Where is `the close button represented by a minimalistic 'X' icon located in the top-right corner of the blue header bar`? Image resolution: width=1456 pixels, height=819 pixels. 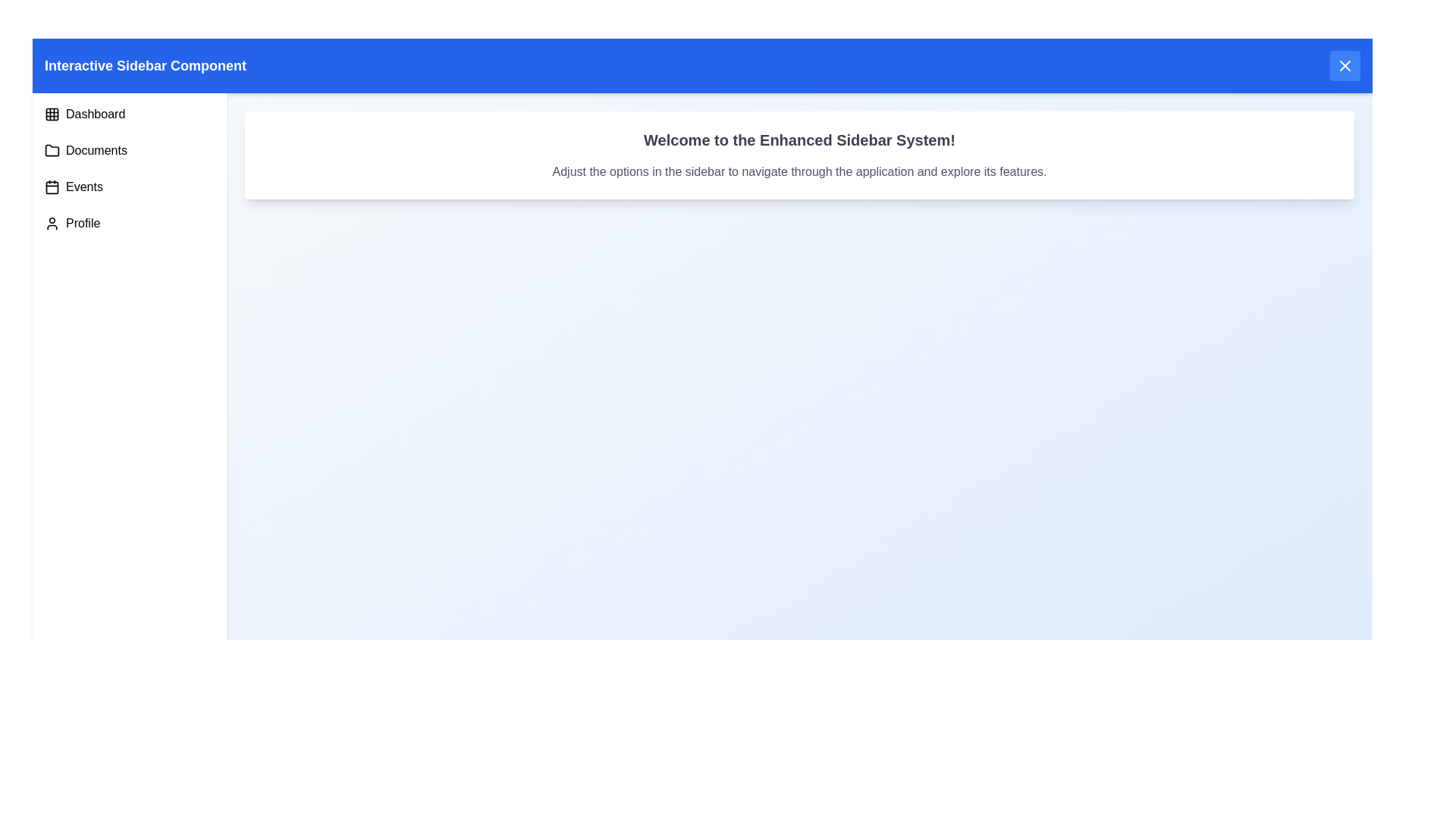 the close button represented by a minimalistic 'X' icon located in the top-right corner of the blue header bar is located at coordinates (1345, 65).